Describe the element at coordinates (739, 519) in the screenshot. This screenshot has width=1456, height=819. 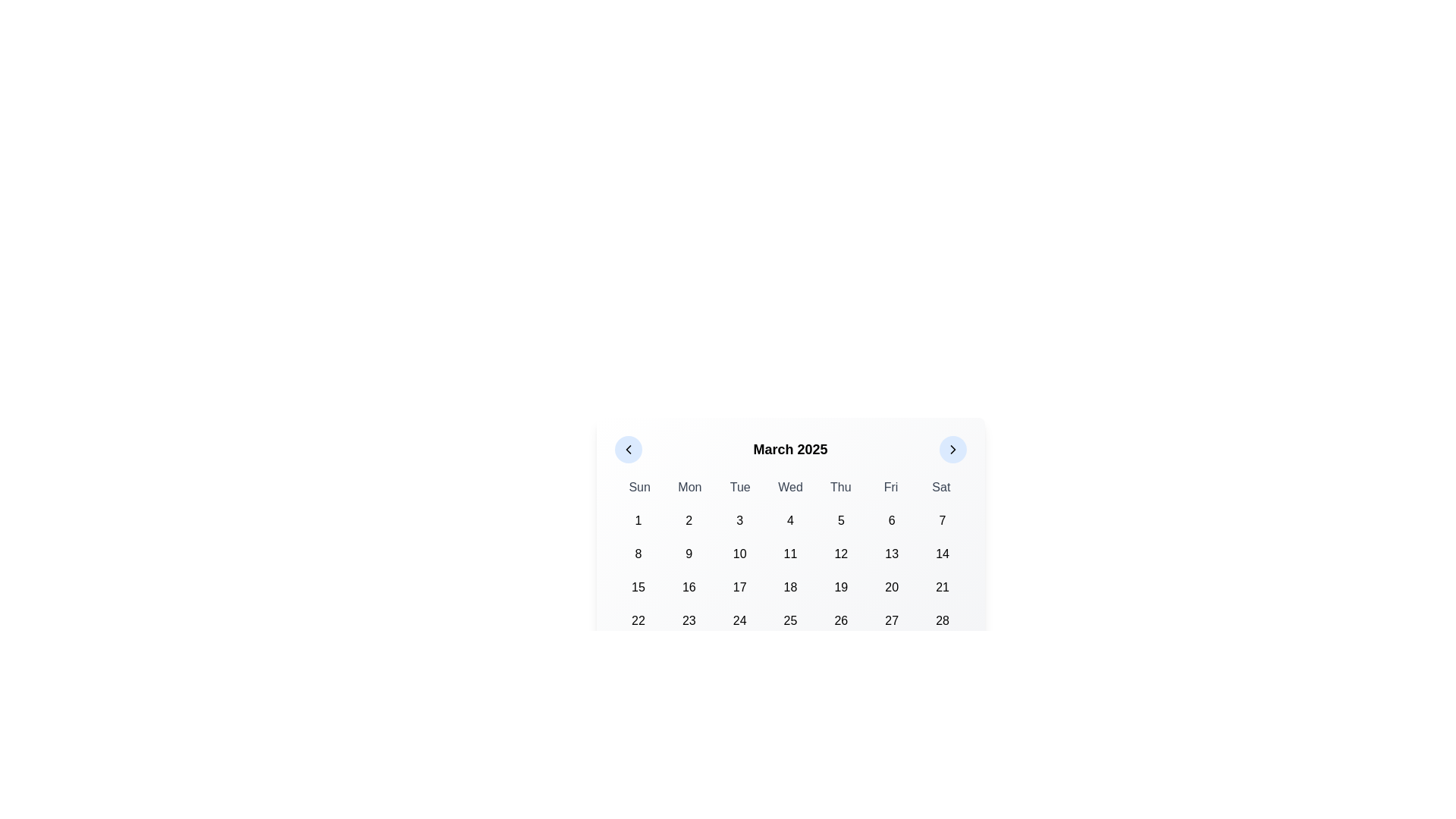
I see `the third day of the month (3)` at that location.